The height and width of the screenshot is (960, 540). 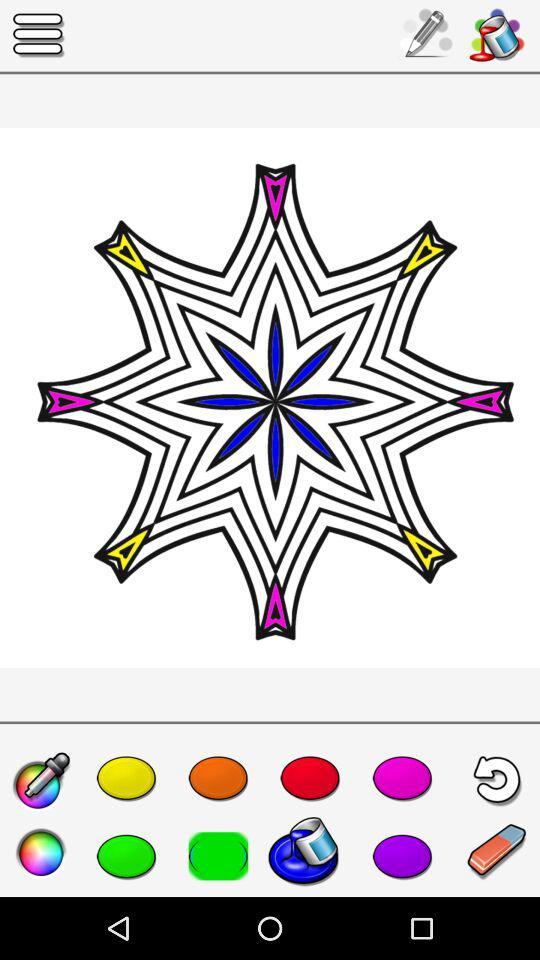 What do you see at coordinates (41, 853) in the screenshot?
I see `the color which is bottom left side` at bounding box center [41, 853].